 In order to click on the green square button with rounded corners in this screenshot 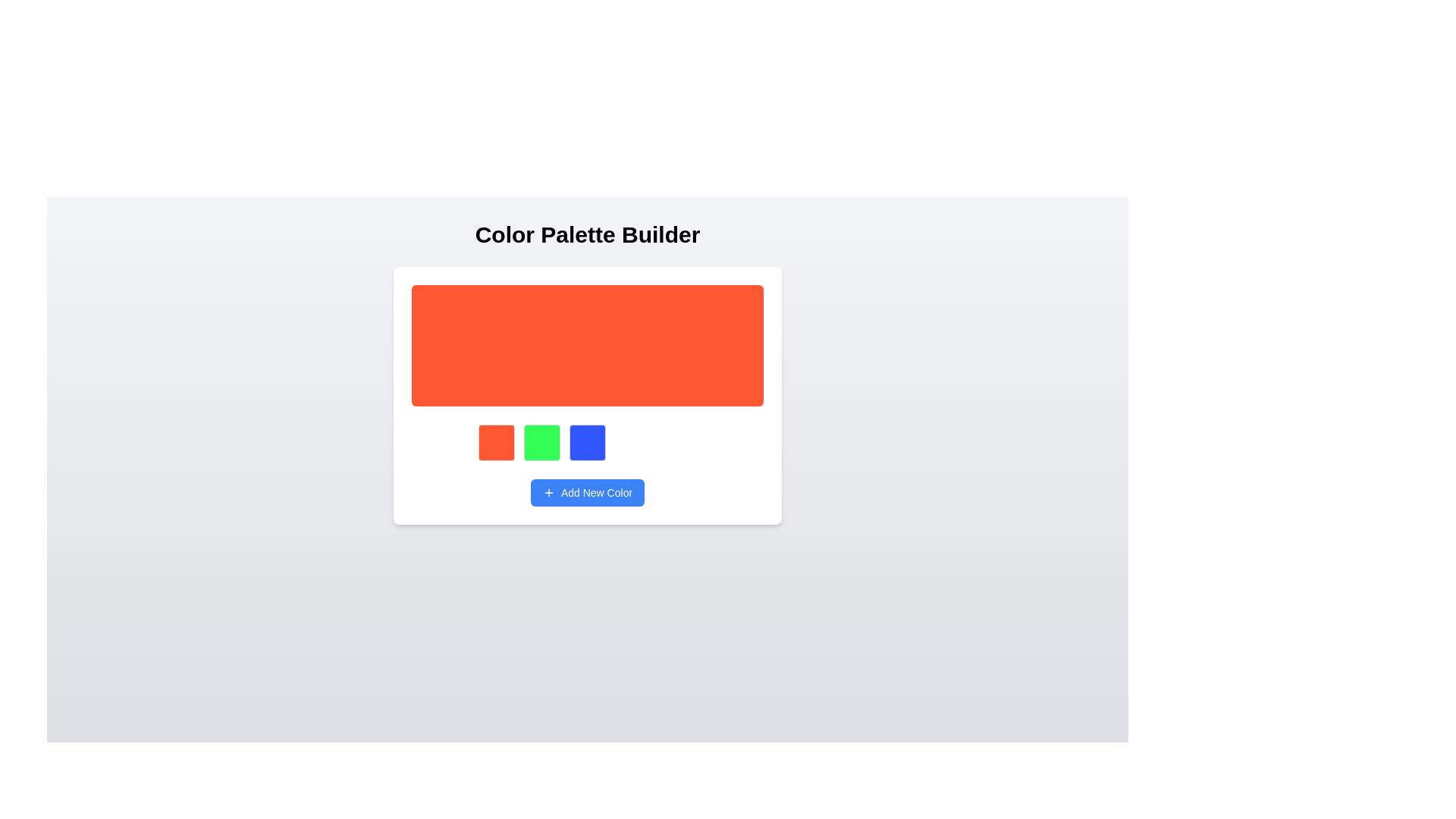, I will do `click(542, 442)`.